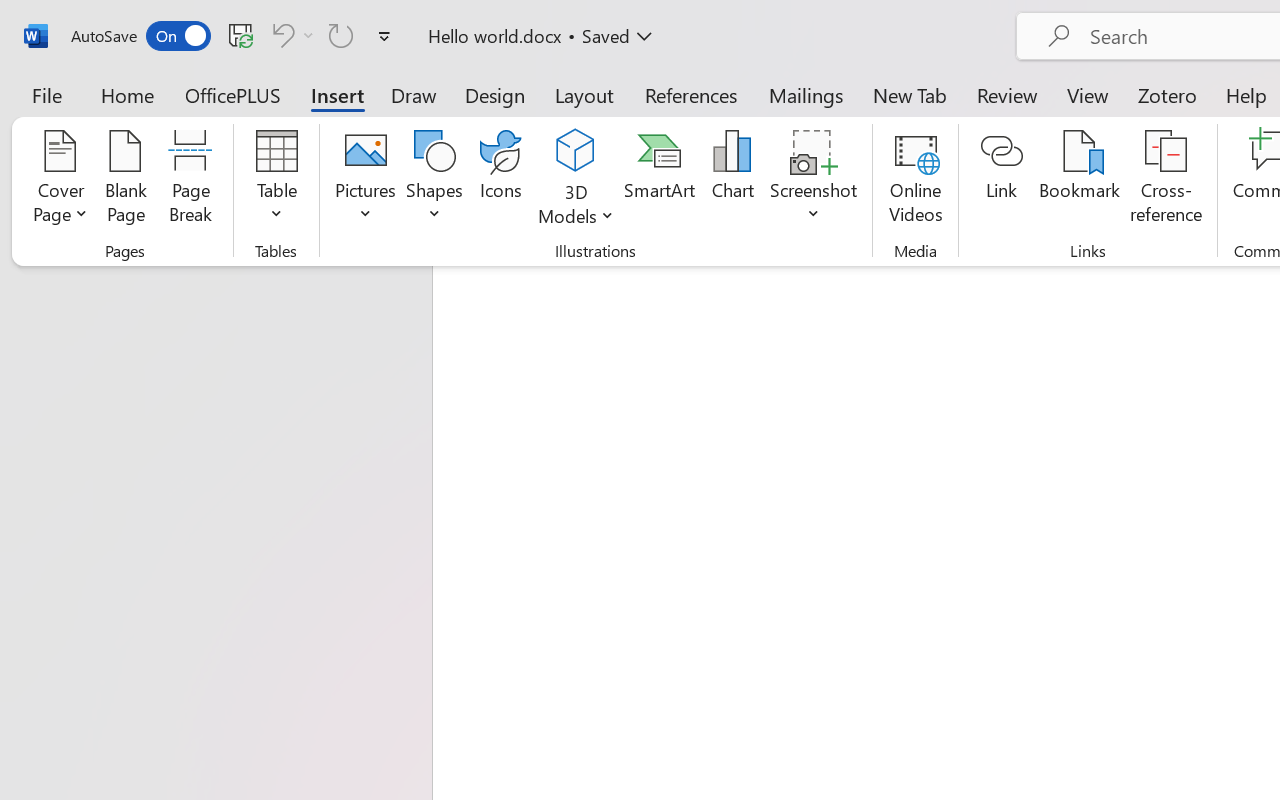 The width and height of the screenshot is (1280, 800). What do you see at coordinates (1007, 94) in the screenshot?
I see `'Review'` at bounding box center [1007, 94].